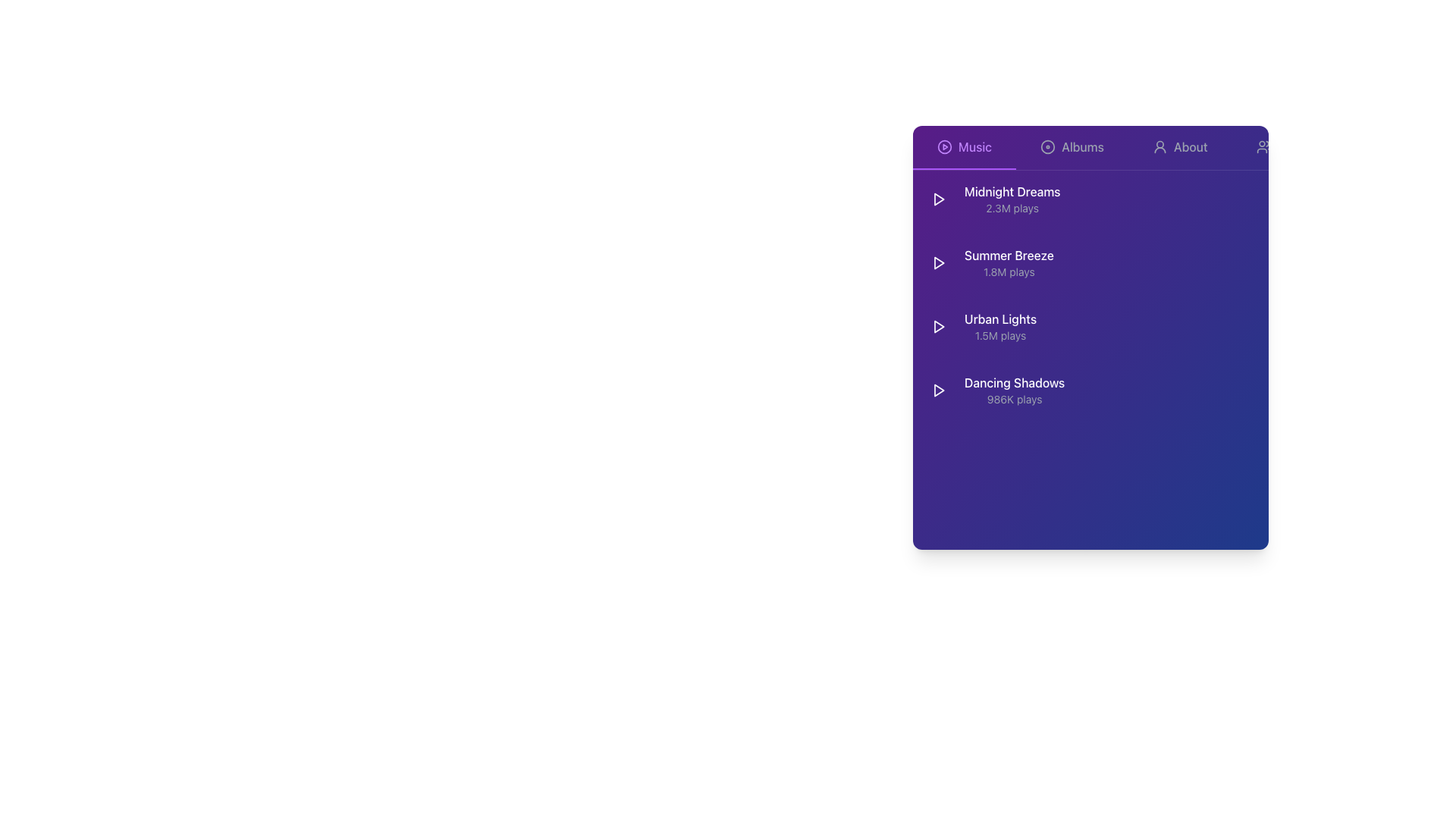 This screenshot has width=1456, height=819. Describe the element at coordinates (1250, 390) in the screenshot. I see `the Ellipsis menu button represented by three horizontally-aligned small circles located near the right edge of the 'Dancing Shadows' list item` at that location.